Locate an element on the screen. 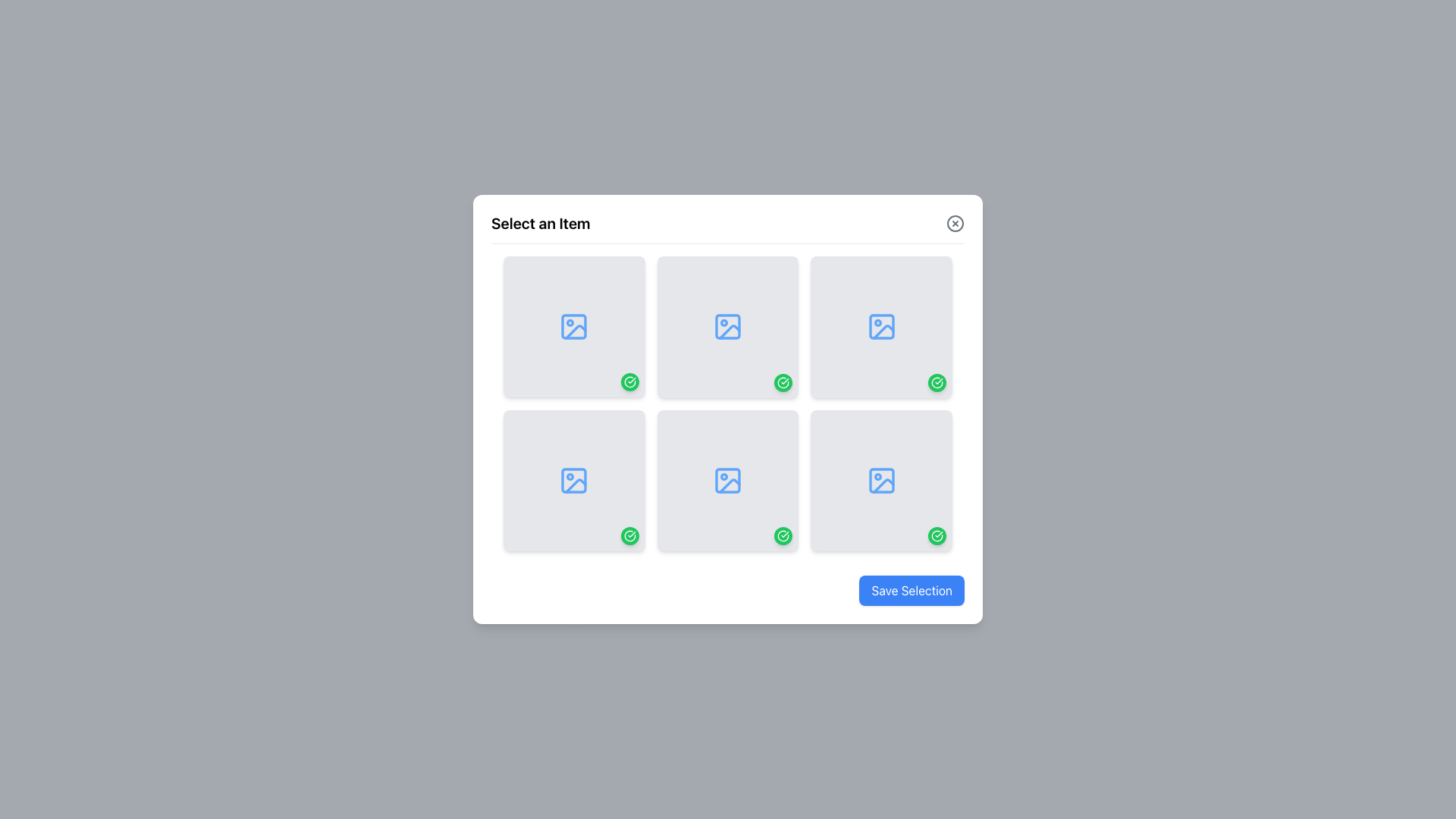 The width and height of the screenshot is (1456, 819). the checkmark icon indicating the selection state of the sixth image placeholder located in the bottom-right corner of the placeholder is located at coordinates (783, 535).